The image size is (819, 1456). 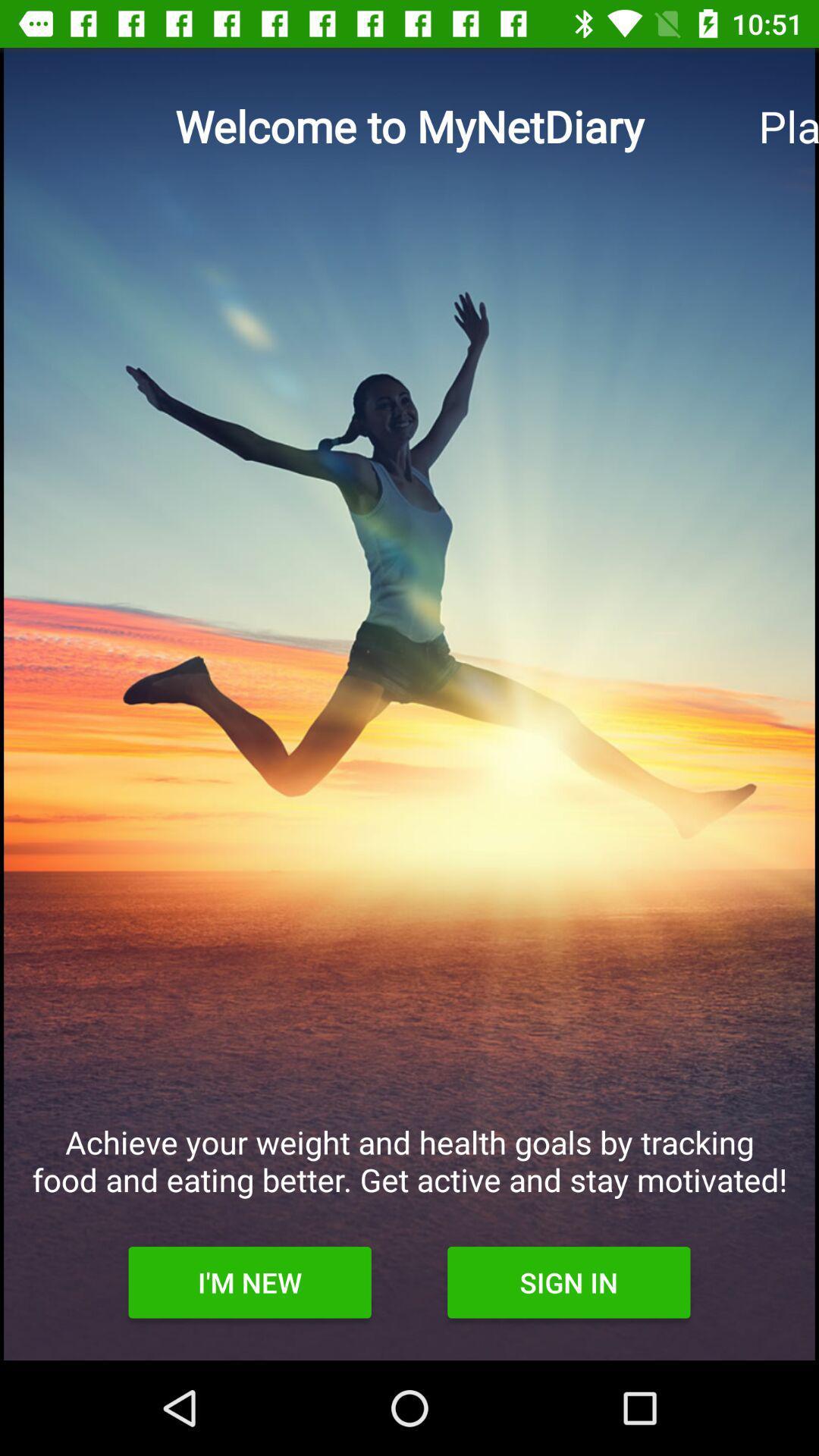 What do you see at coordinates (249, 1282) in the screenshot?
I see `icon below the achieve your weight` at bounding box center [249, 1282].